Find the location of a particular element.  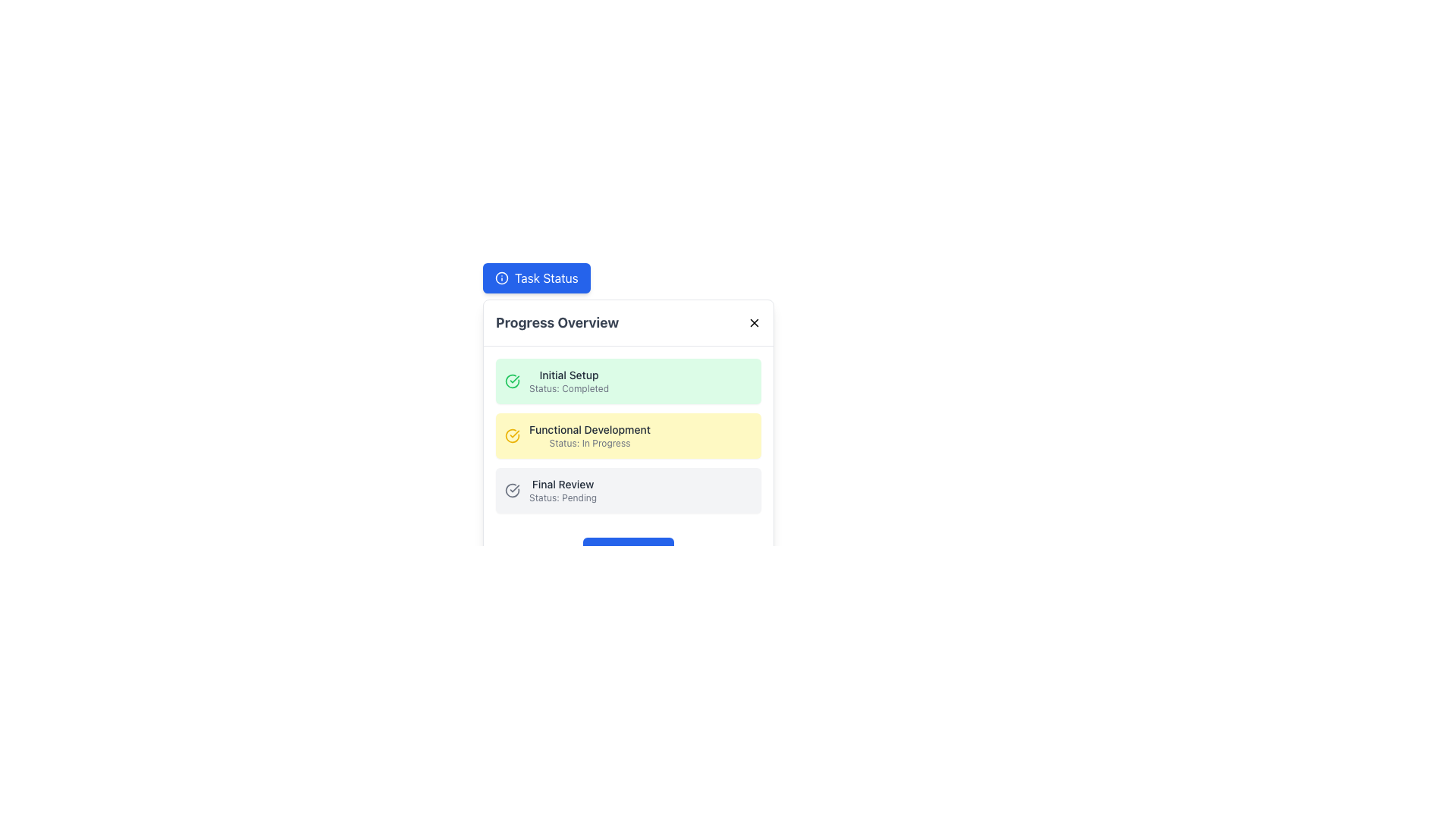

the 'completed' or 'verified' status icon for the 'Final Review' phase located in the third section of the 'Progress Overview' modal is located at coordinates (513, 491).